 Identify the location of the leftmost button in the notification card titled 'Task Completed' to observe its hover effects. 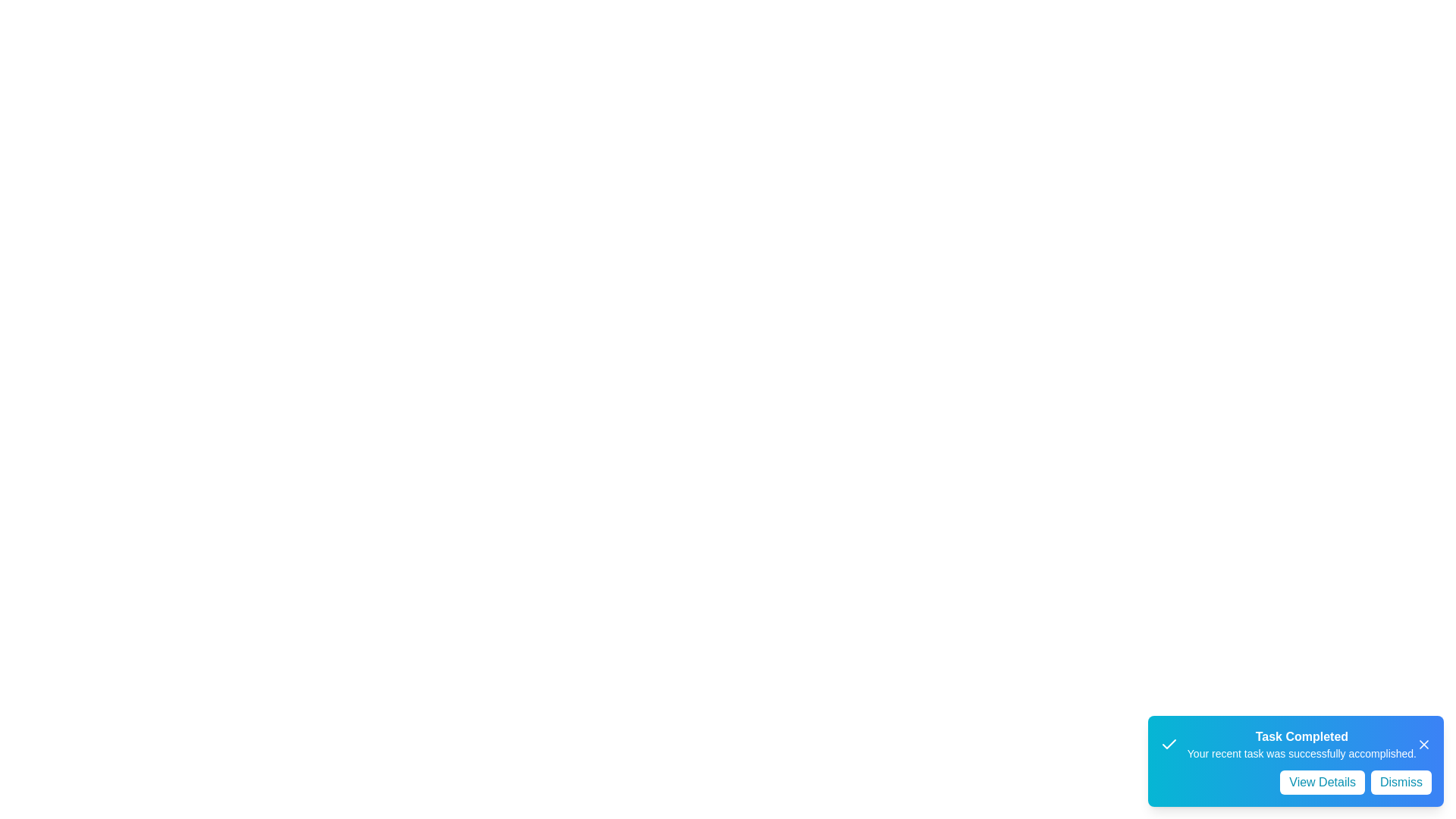
(1322, 783).